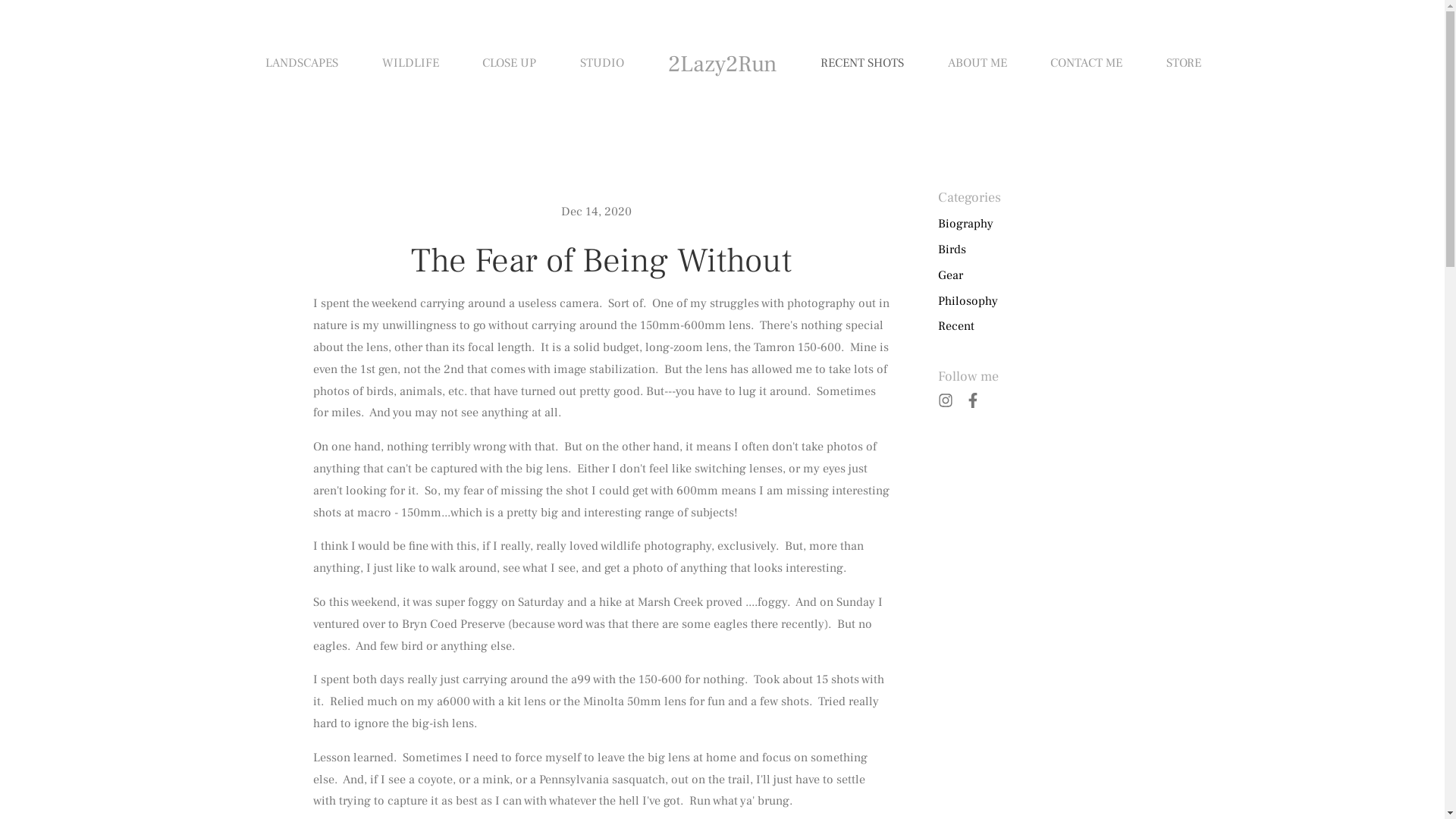  Describe the element at coordinates (579, 63) in the screenshot. I see `'STUDIO'` at that location.